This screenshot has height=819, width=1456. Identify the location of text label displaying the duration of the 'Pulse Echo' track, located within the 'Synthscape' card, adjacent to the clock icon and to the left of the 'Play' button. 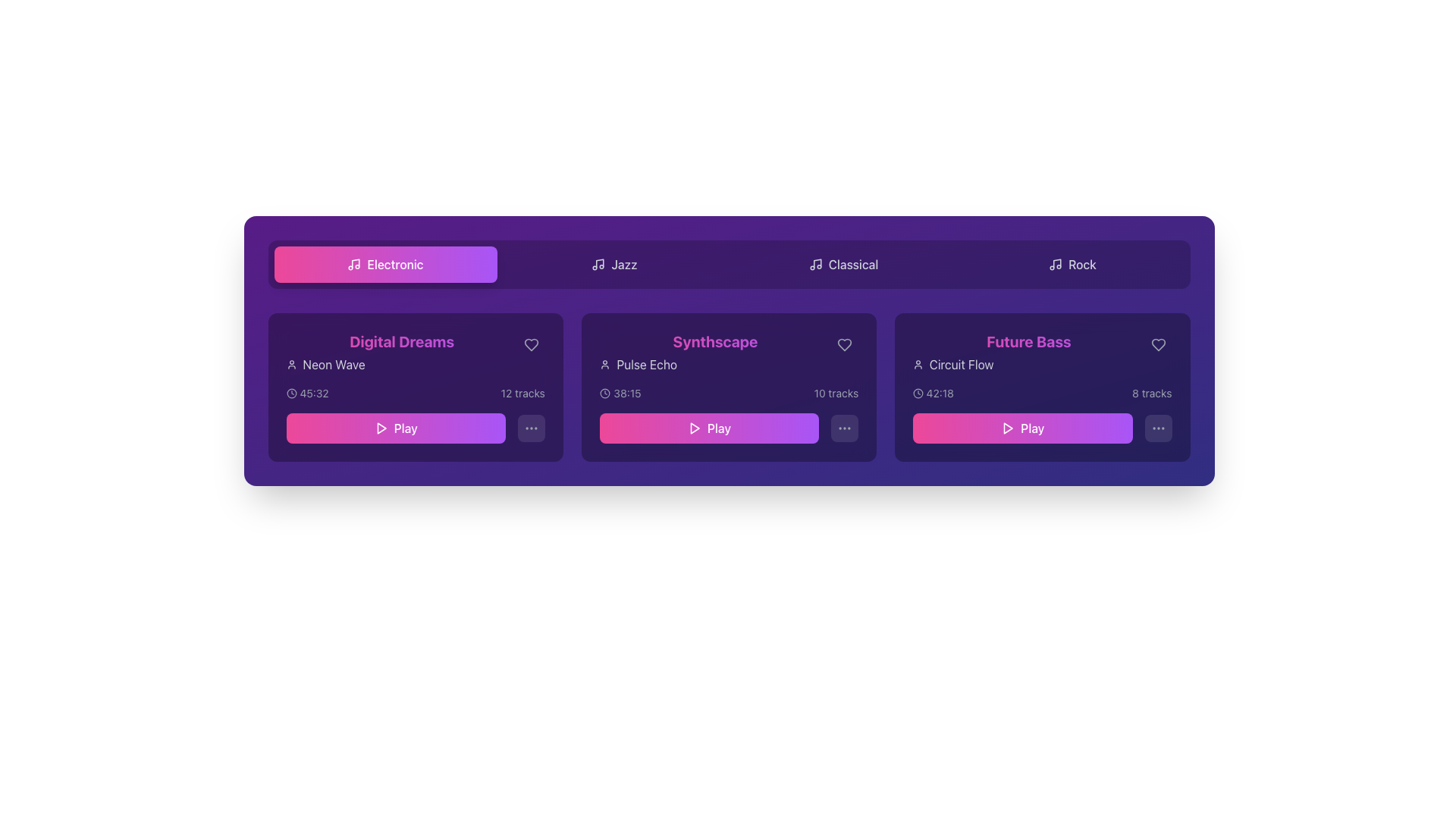
(626, 393).